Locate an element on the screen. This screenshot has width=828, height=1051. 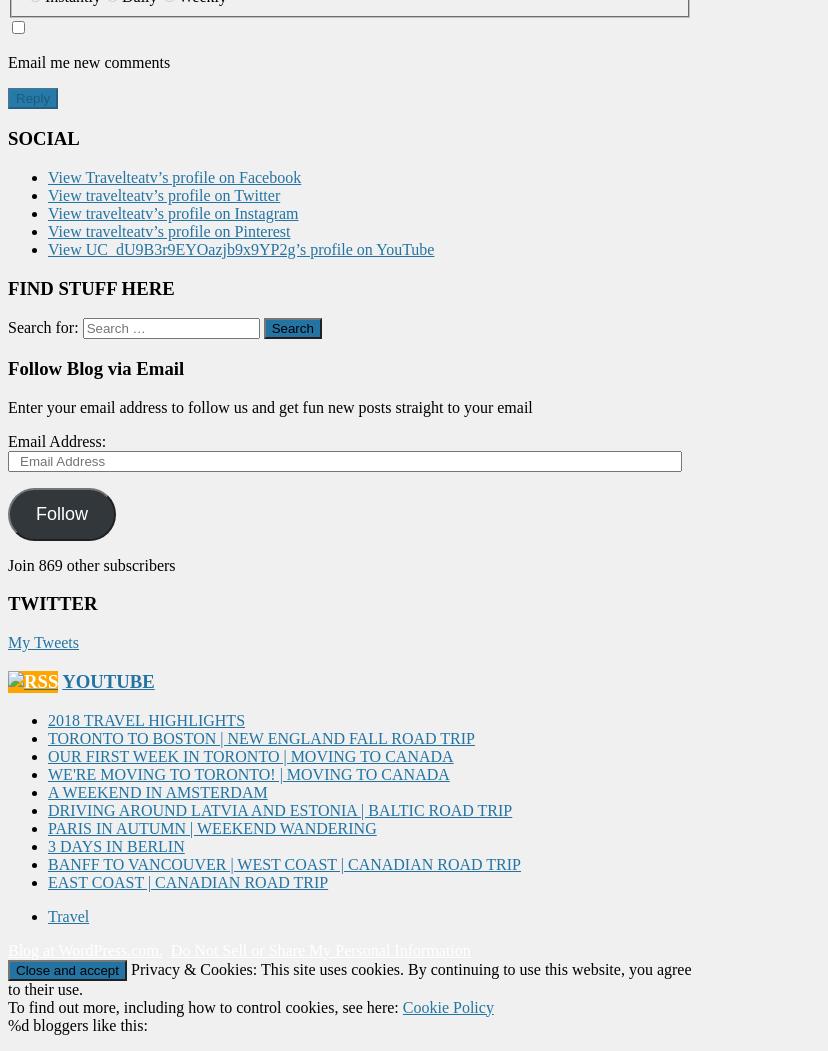
'My Tweets' is located at coordinates (8, 641).